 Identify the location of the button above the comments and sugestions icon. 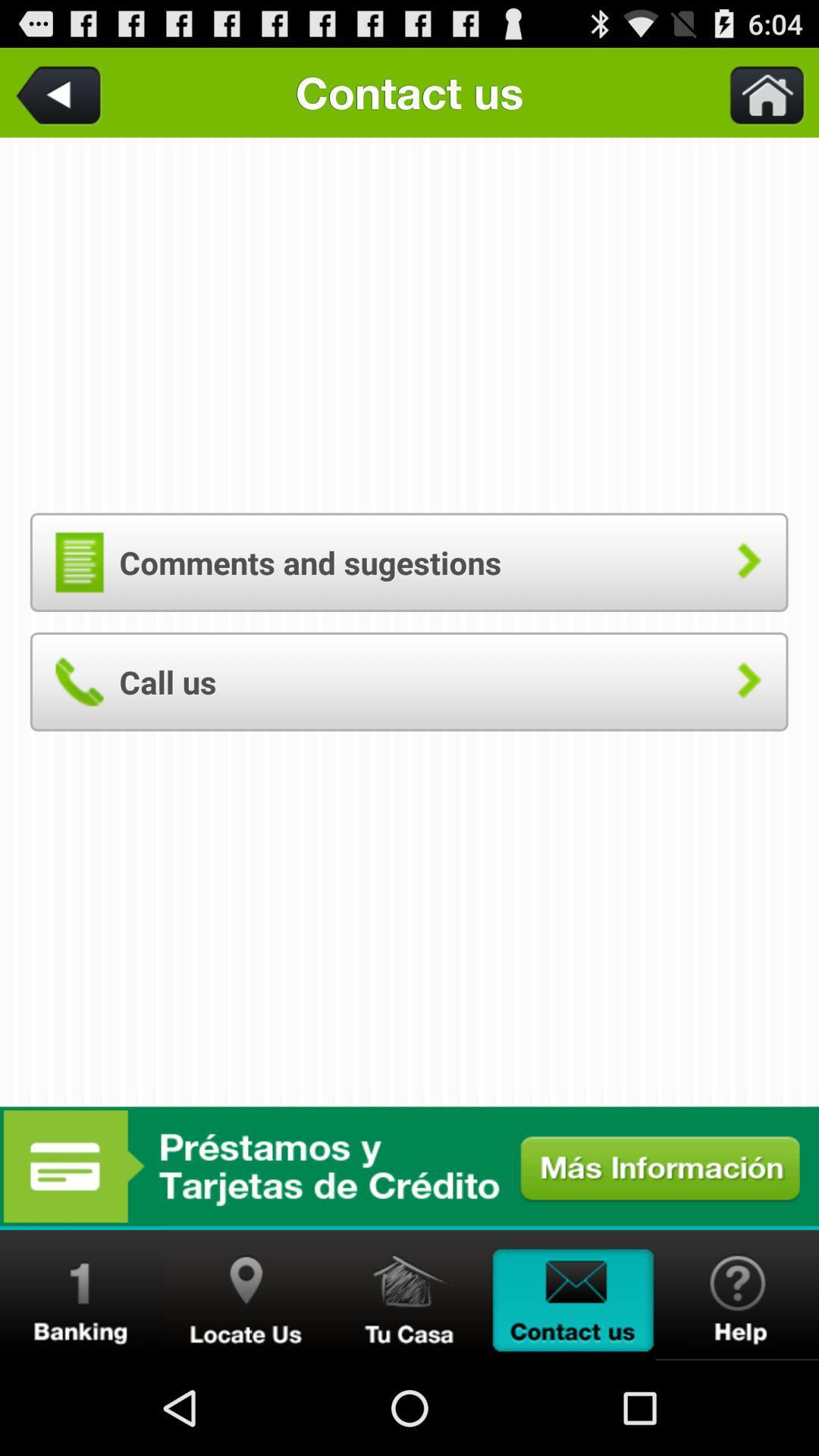
(758, 92).